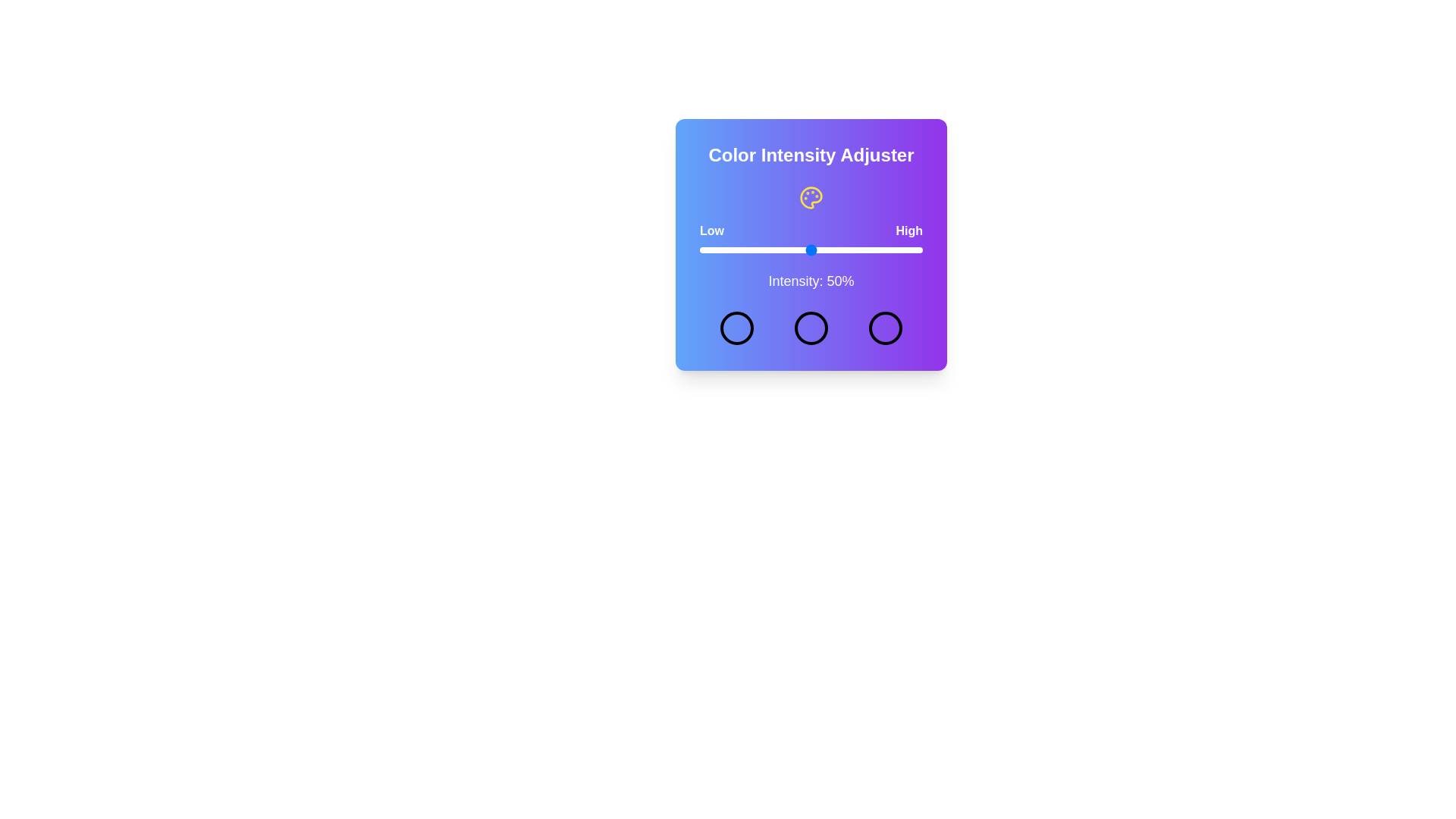 The image size is (1456, 819). Describe the element at coordinates (811, 249) in the screenshot. I see `the slider to set the intensity to 50%` at that location.